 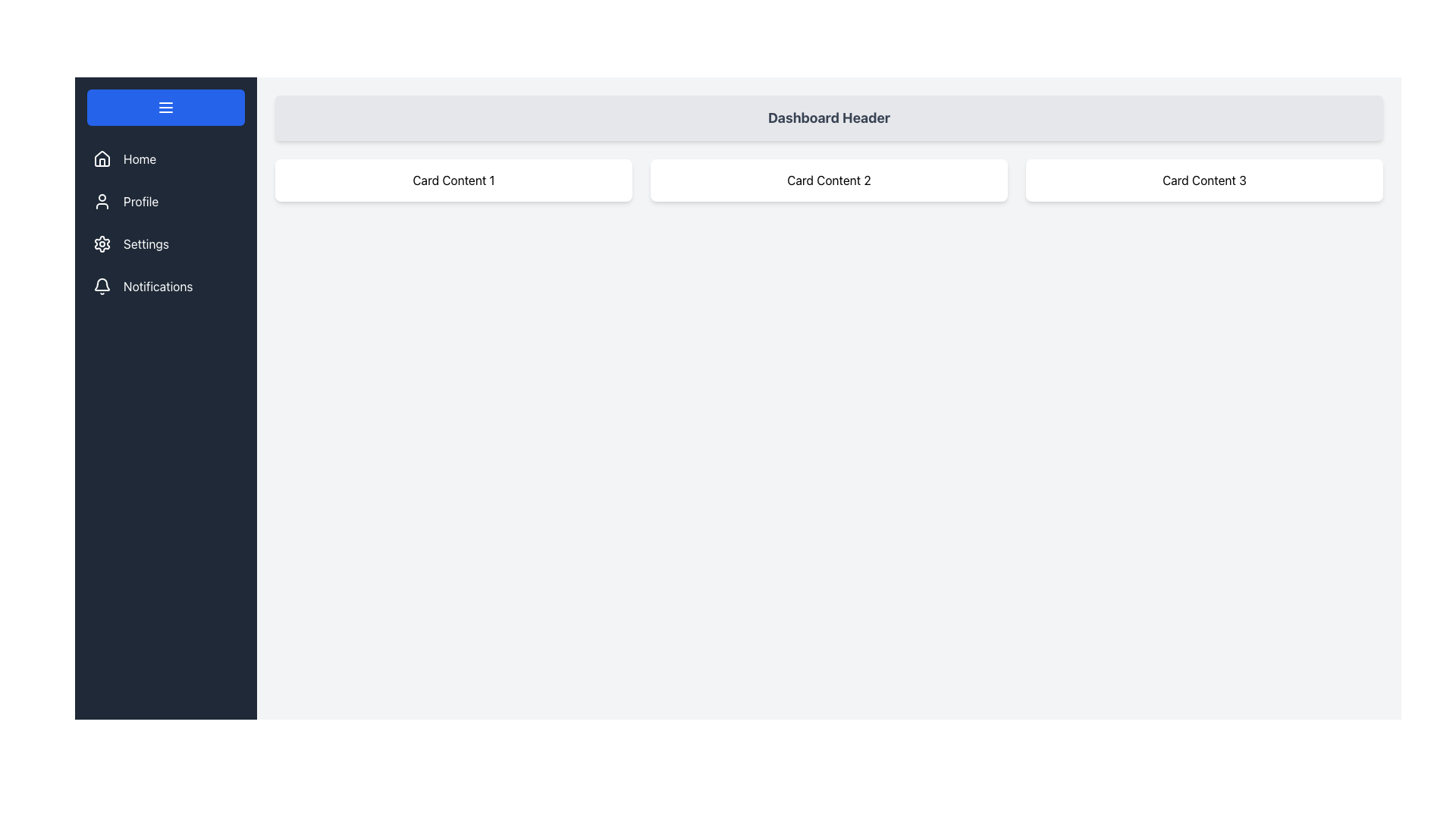 I want to click on the first menu item in the vertical sidebar navigation, so click(x=166, y=158).